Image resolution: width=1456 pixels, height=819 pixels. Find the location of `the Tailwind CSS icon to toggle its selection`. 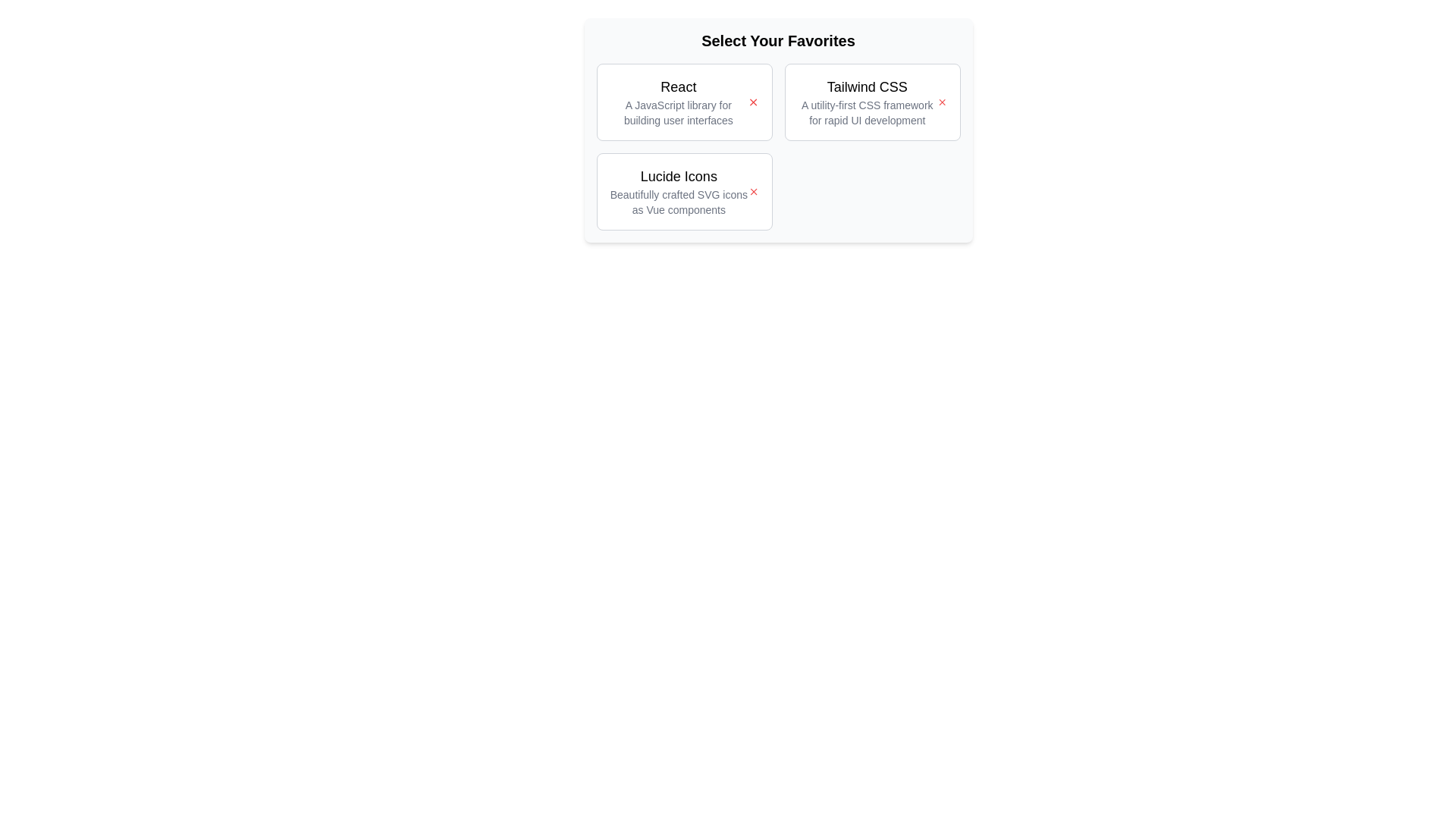

the Tailwind CSS icon to toggle its selection is located at coordinates (941, 102).